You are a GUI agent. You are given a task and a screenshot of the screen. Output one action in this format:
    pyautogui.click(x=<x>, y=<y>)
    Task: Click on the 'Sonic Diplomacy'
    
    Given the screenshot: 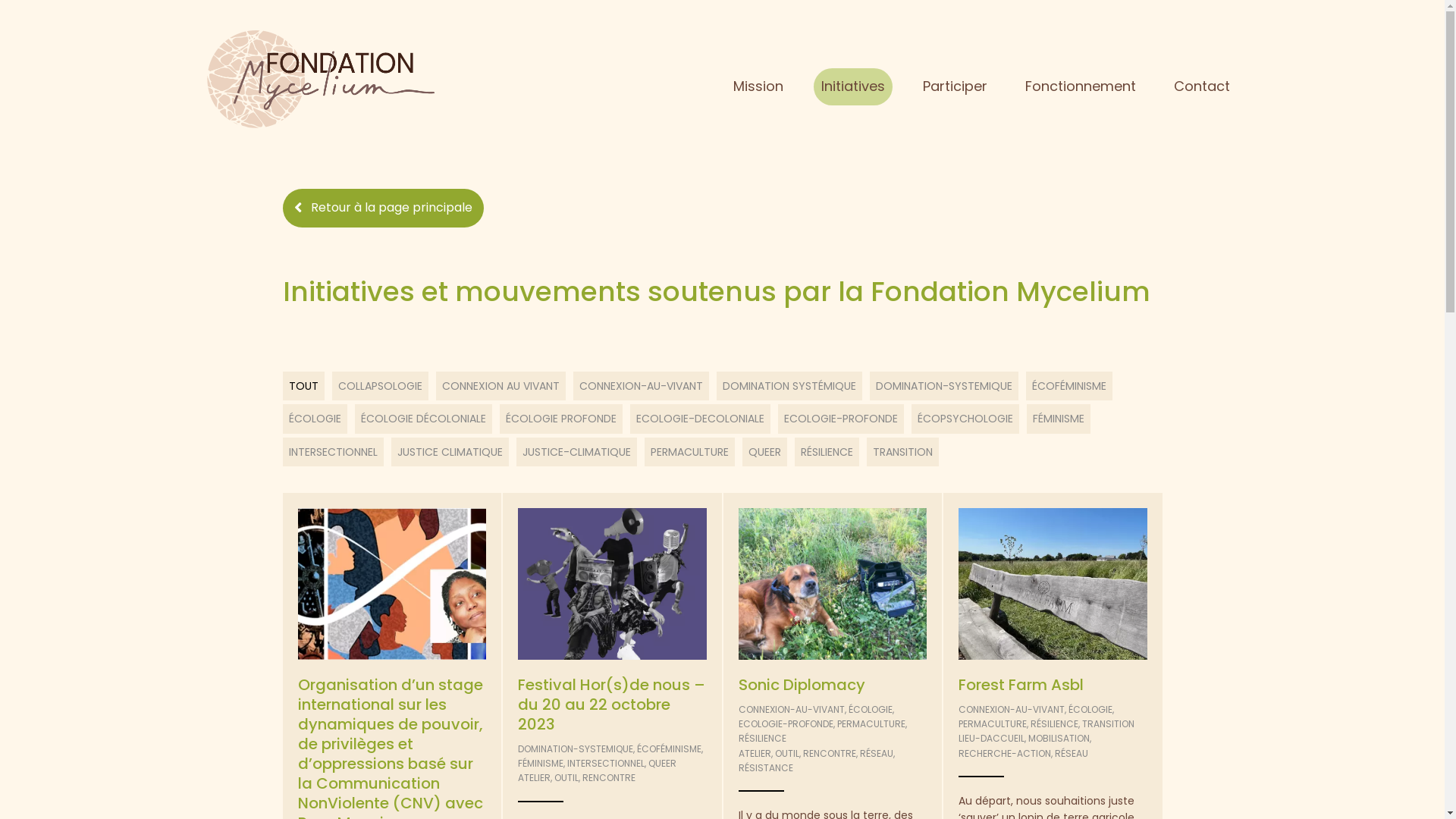 What is the action you would take?
    pyautogui.click(x=801, y=684)
    